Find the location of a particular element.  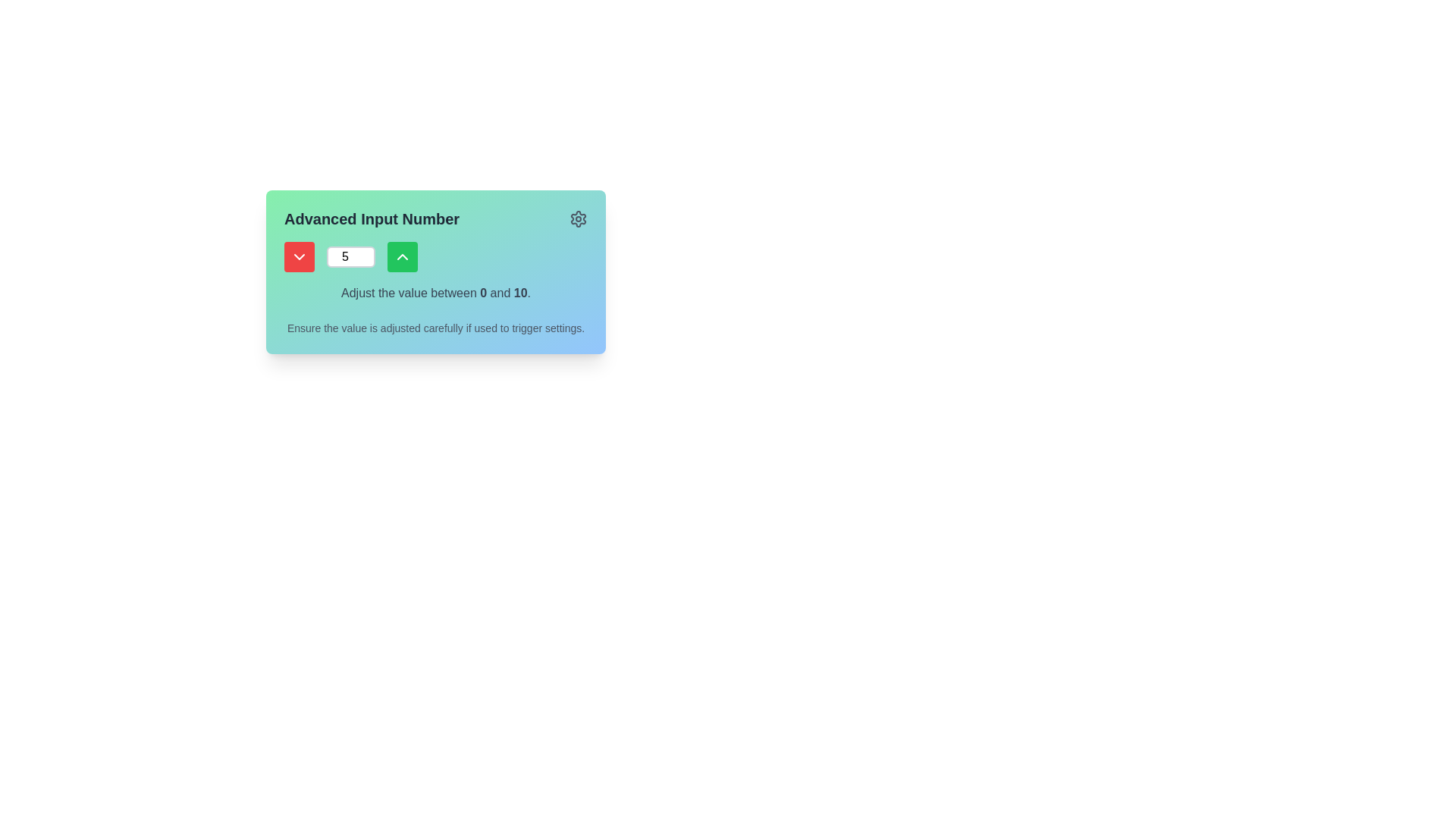

the small gray text label centered within the gradient background of the rounded rectangular card that specifies advanced input options is located at coordinates (435, 327).